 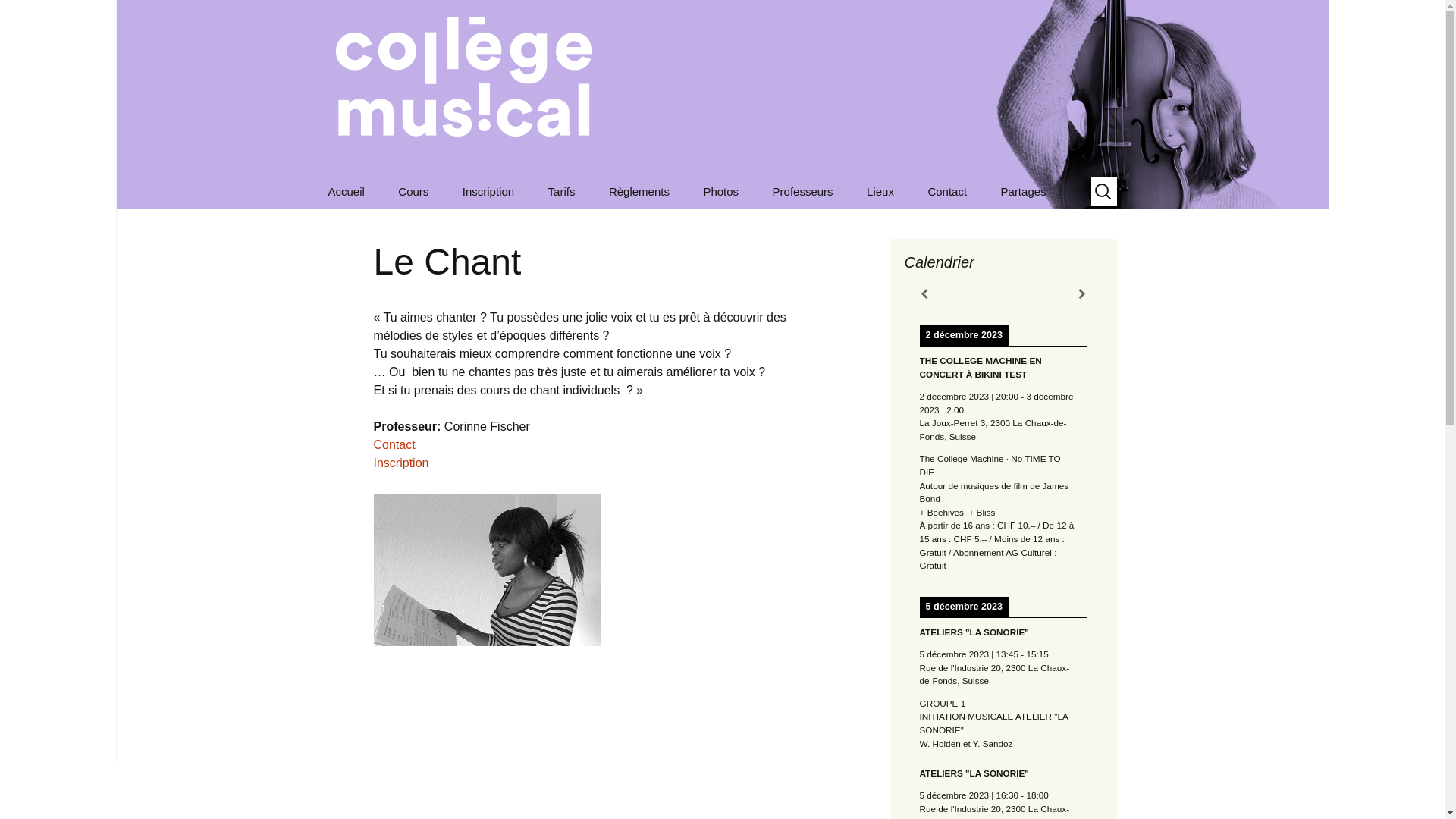 I want to click on 'Cours', so click(x=413, y=190).